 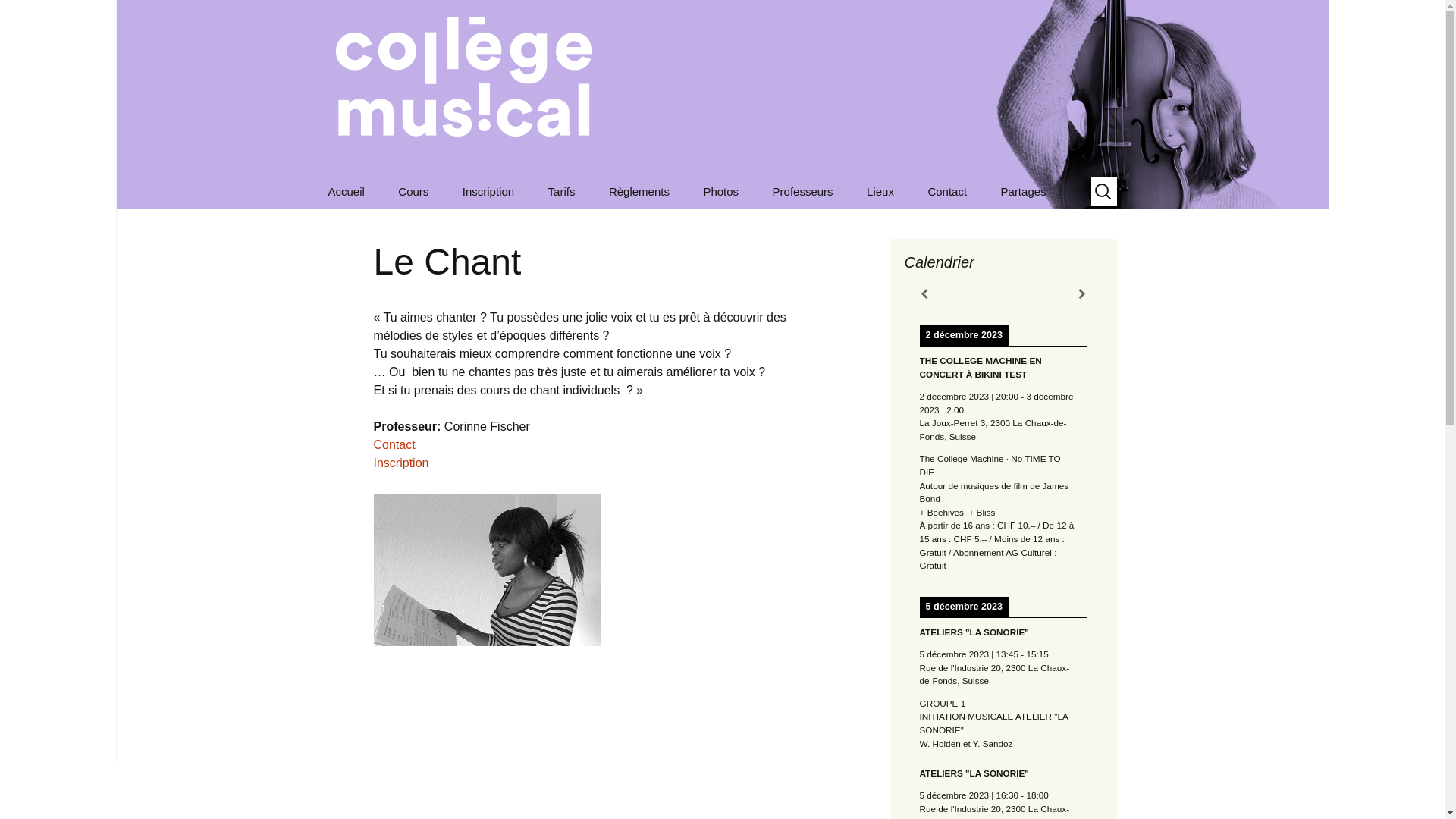 I want to click on 'Cours', so click(x=413, y=190).